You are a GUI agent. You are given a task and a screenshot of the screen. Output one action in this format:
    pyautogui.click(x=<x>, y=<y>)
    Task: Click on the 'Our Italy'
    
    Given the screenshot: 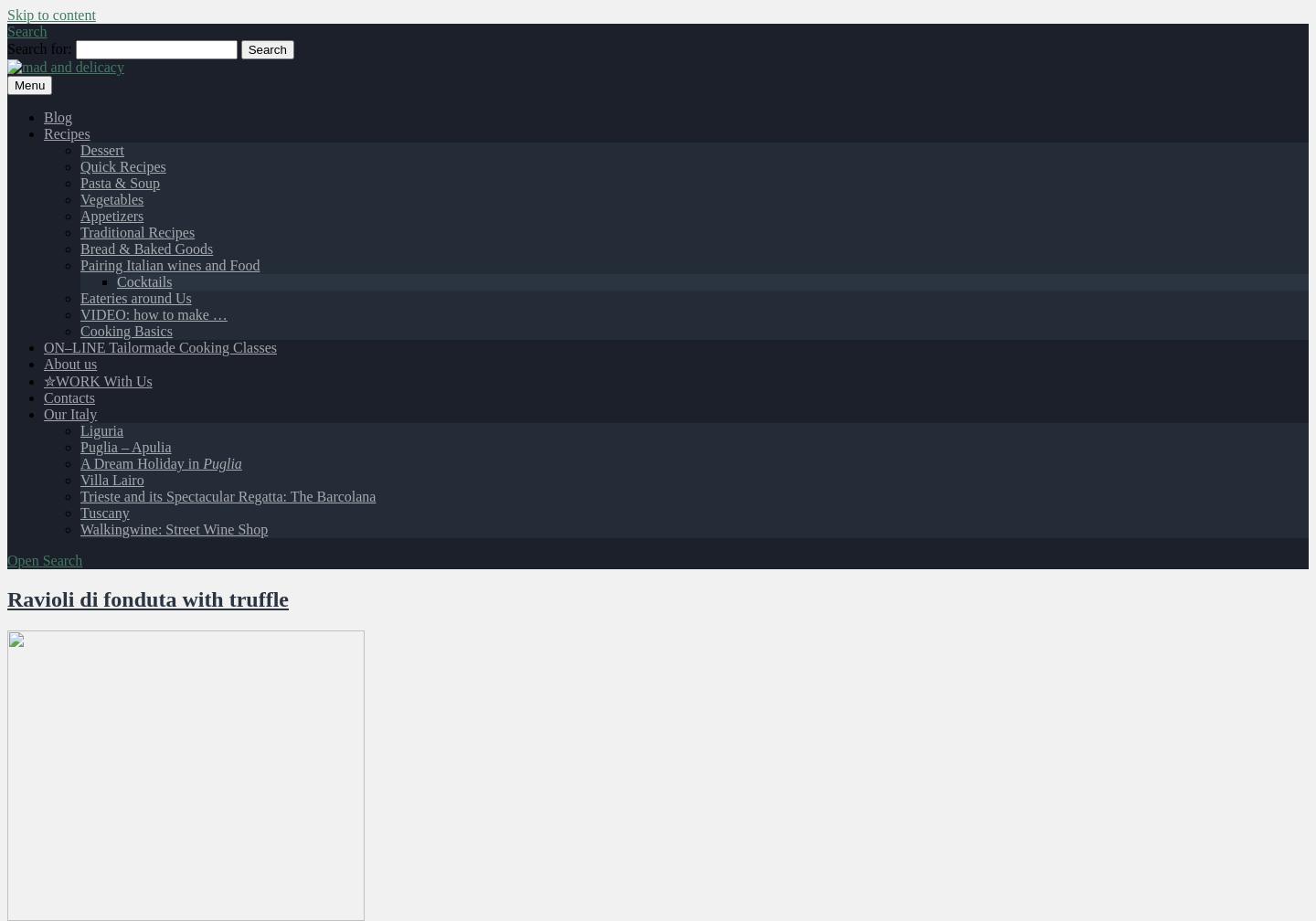 What is the action you would take?
    pyautogui.click(x=70, y=414)
    